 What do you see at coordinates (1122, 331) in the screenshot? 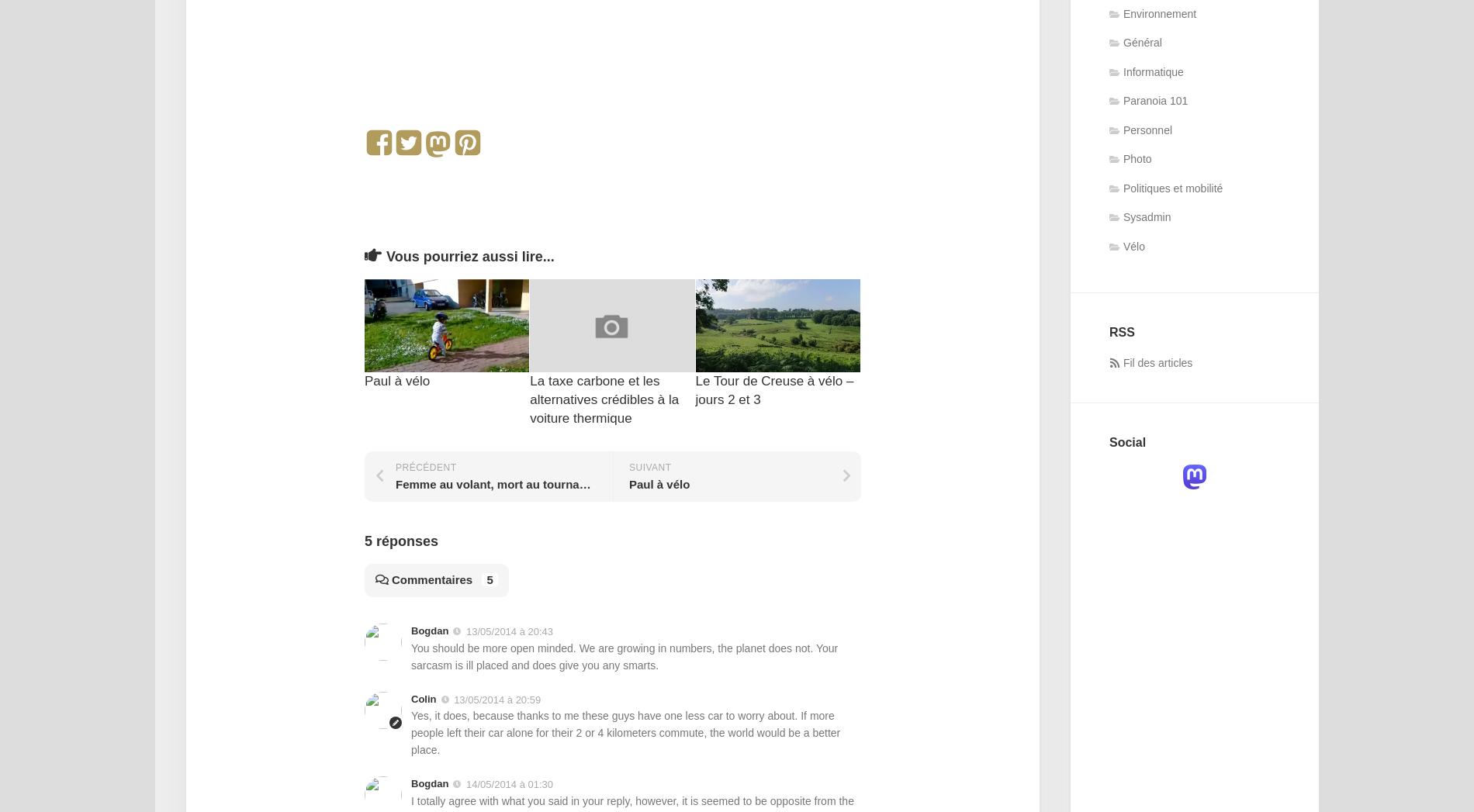
I see `'RSS'` at bounding box center [1122, 331].